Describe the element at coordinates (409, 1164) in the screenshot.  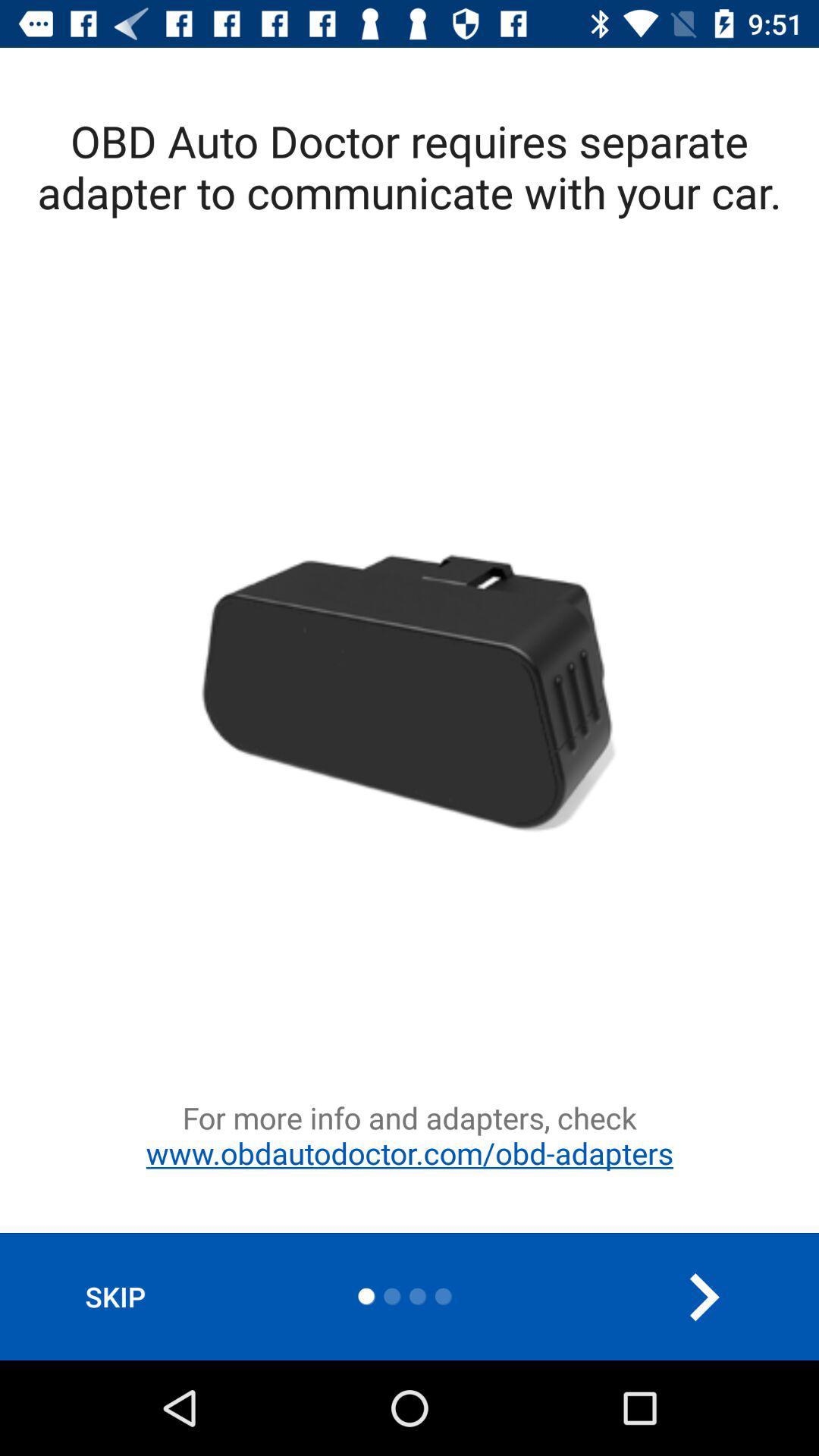
I see `for more info` at that location.